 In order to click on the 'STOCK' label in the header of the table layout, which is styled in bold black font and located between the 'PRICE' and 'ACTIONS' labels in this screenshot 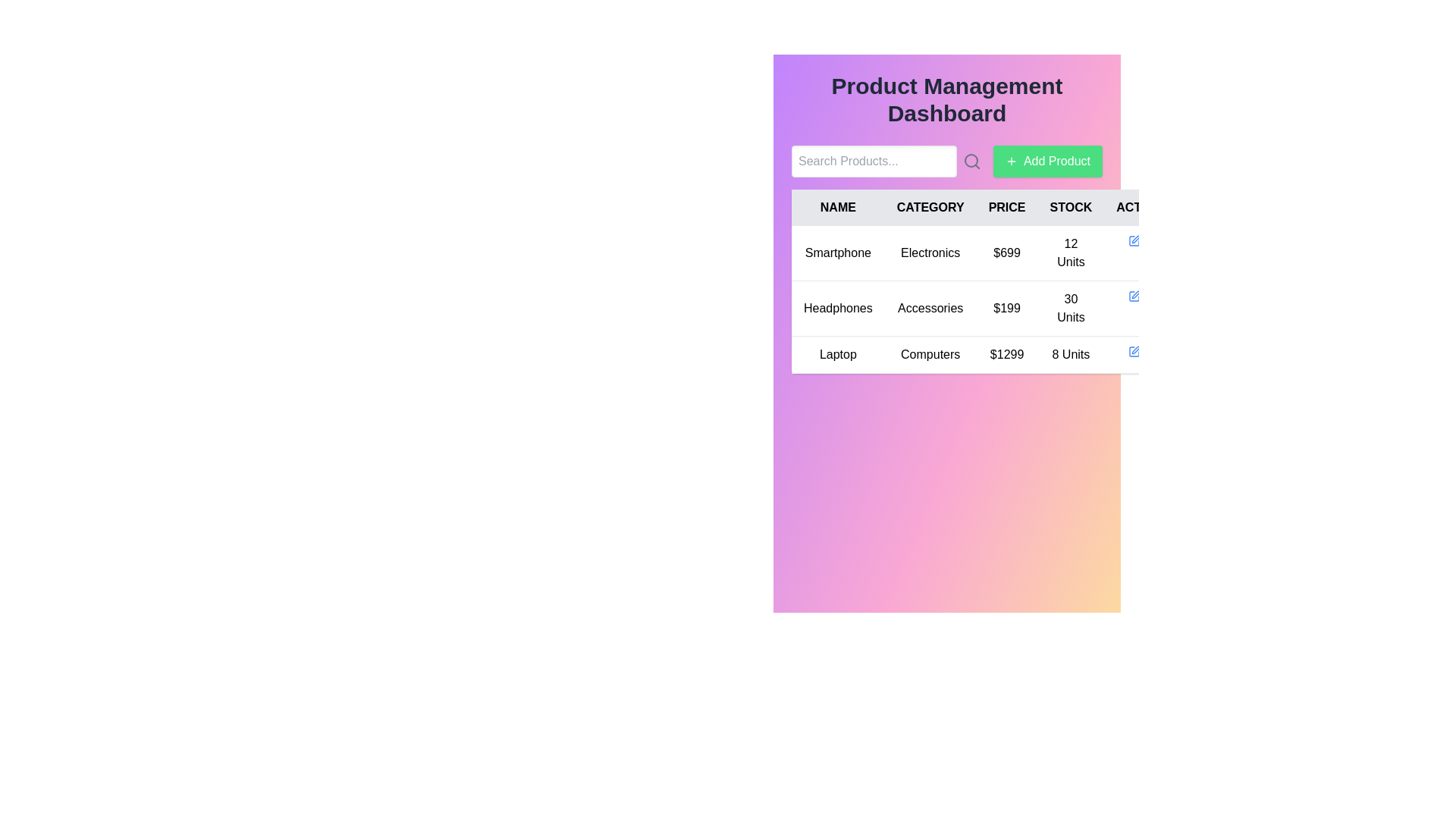, I will do `click(1070, 207)`.